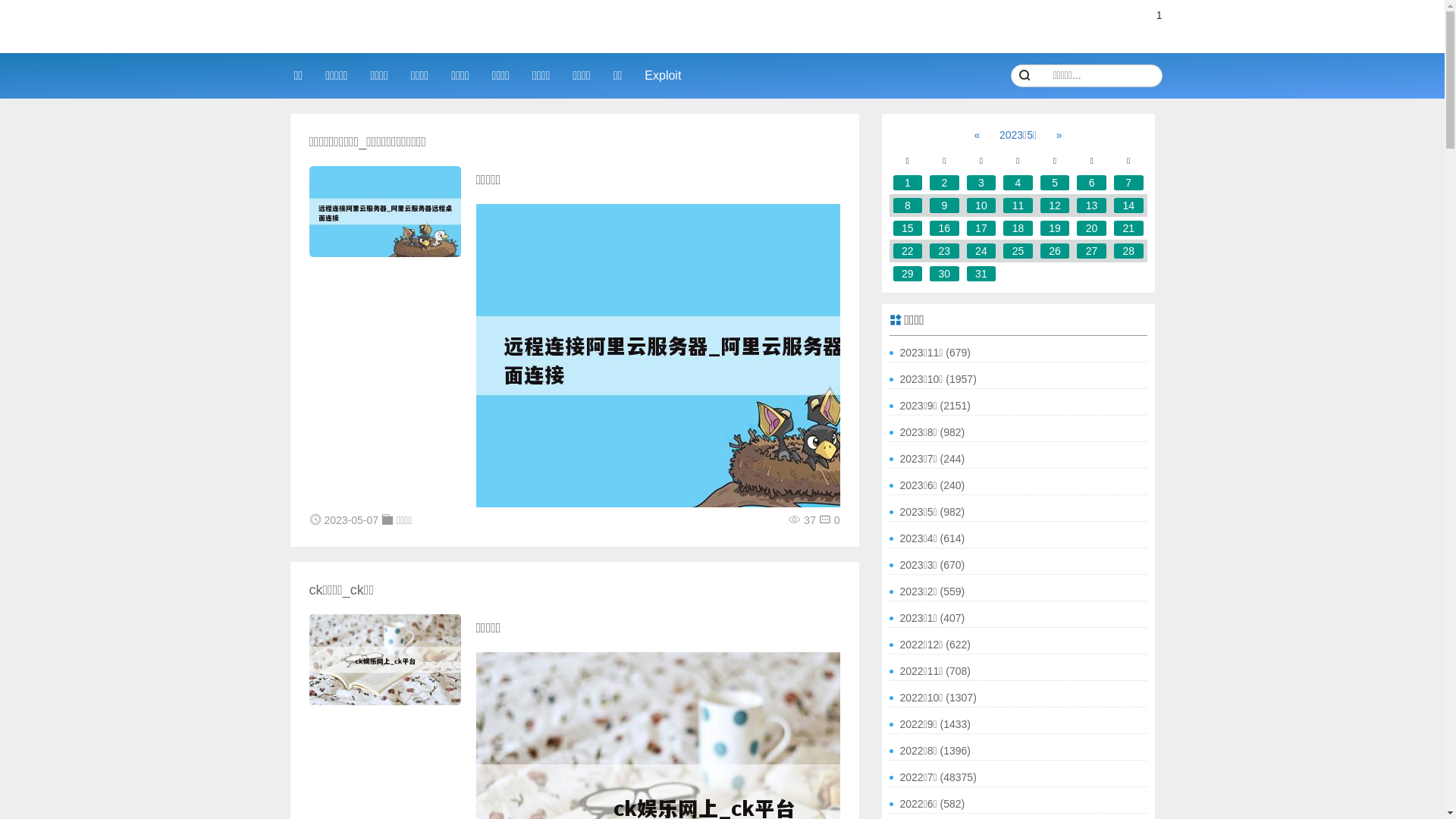 The height and width of the screenshot is (819, 1456). Describe the element at coordinates (943, 205) in the screenshot. I see `'9'` at that location.